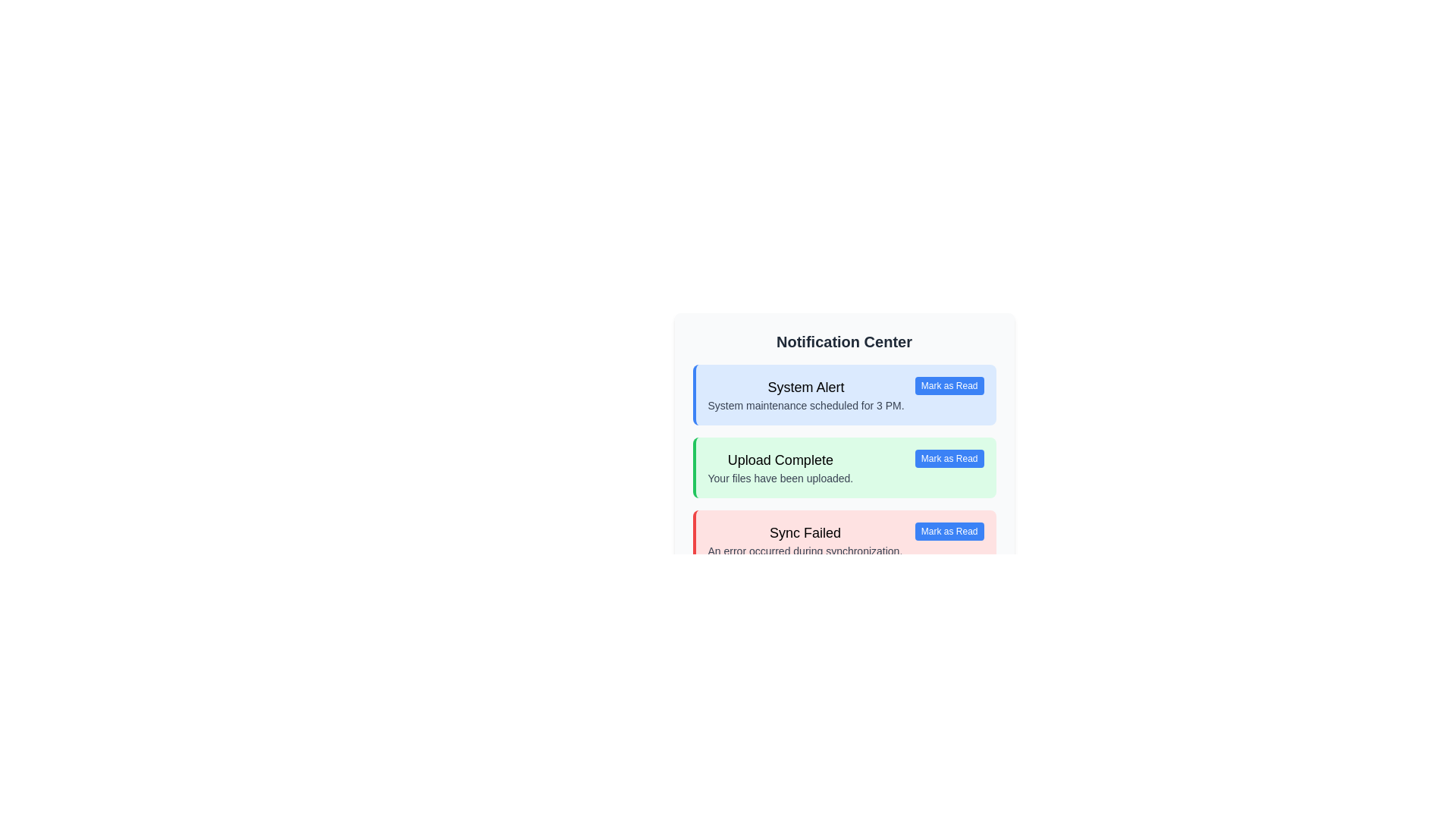 This screenshot has width=1456, height=819. Describe the element at coordinates (949, 385) in the screenshot. I see `the 'Mark as Read' button with a blue background and white text to mark the notification as read` at that location.